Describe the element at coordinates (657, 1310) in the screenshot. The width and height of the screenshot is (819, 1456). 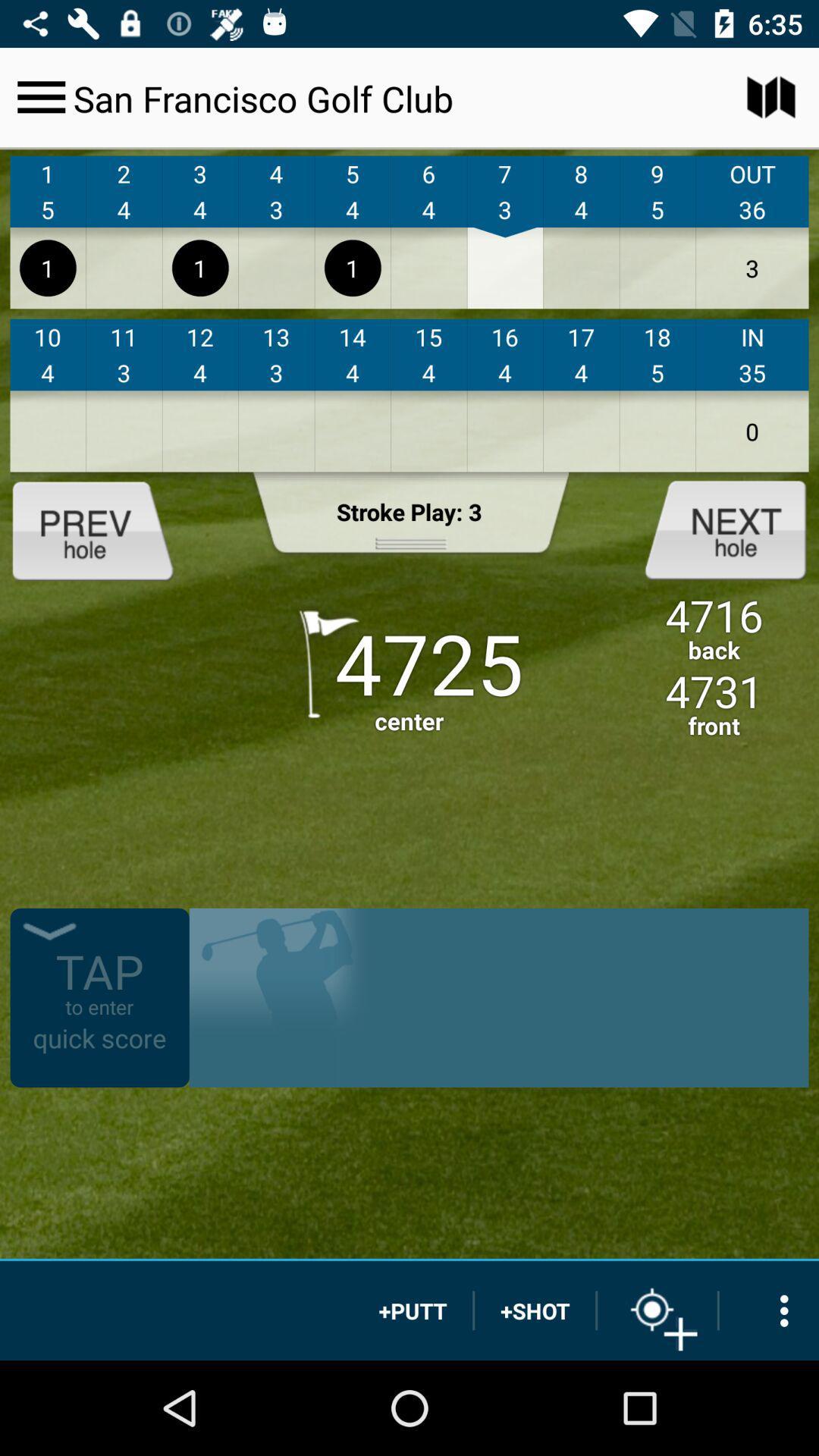
I see `a target for your next play` at that location.